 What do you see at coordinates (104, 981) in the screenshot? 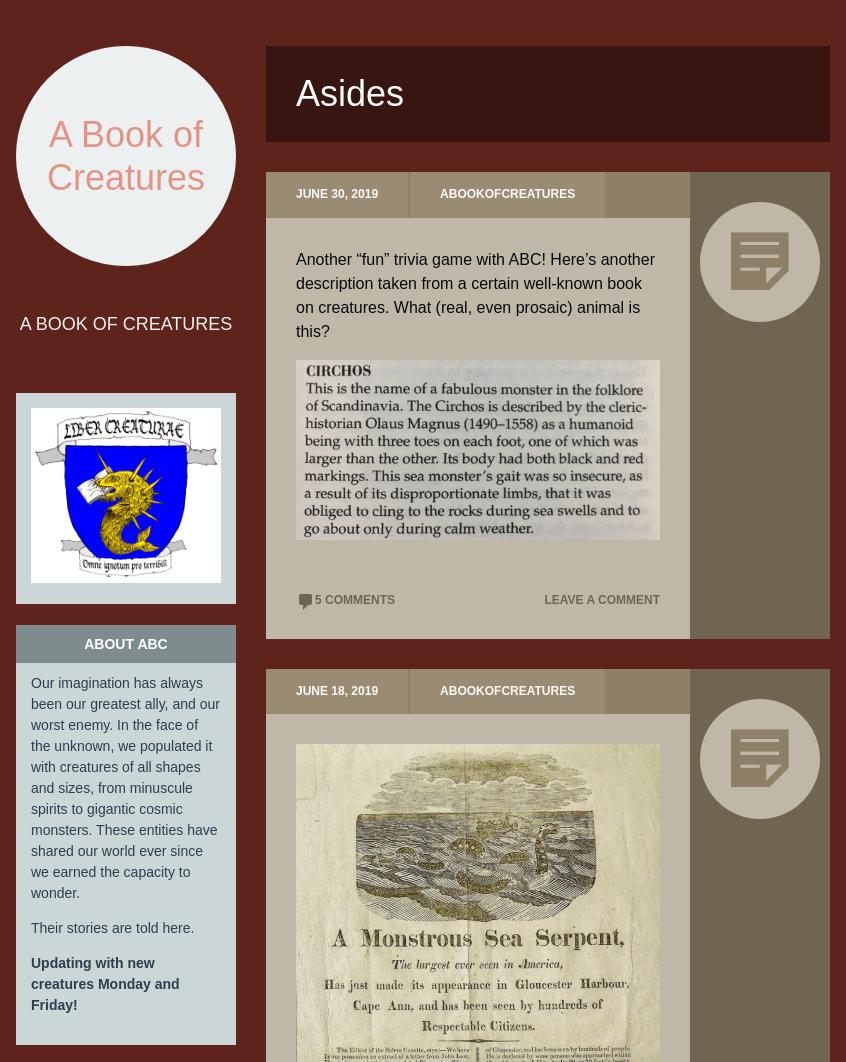
I see `'Updating with new creatures Monday and Friday!'` at bounding box center [104, 981].